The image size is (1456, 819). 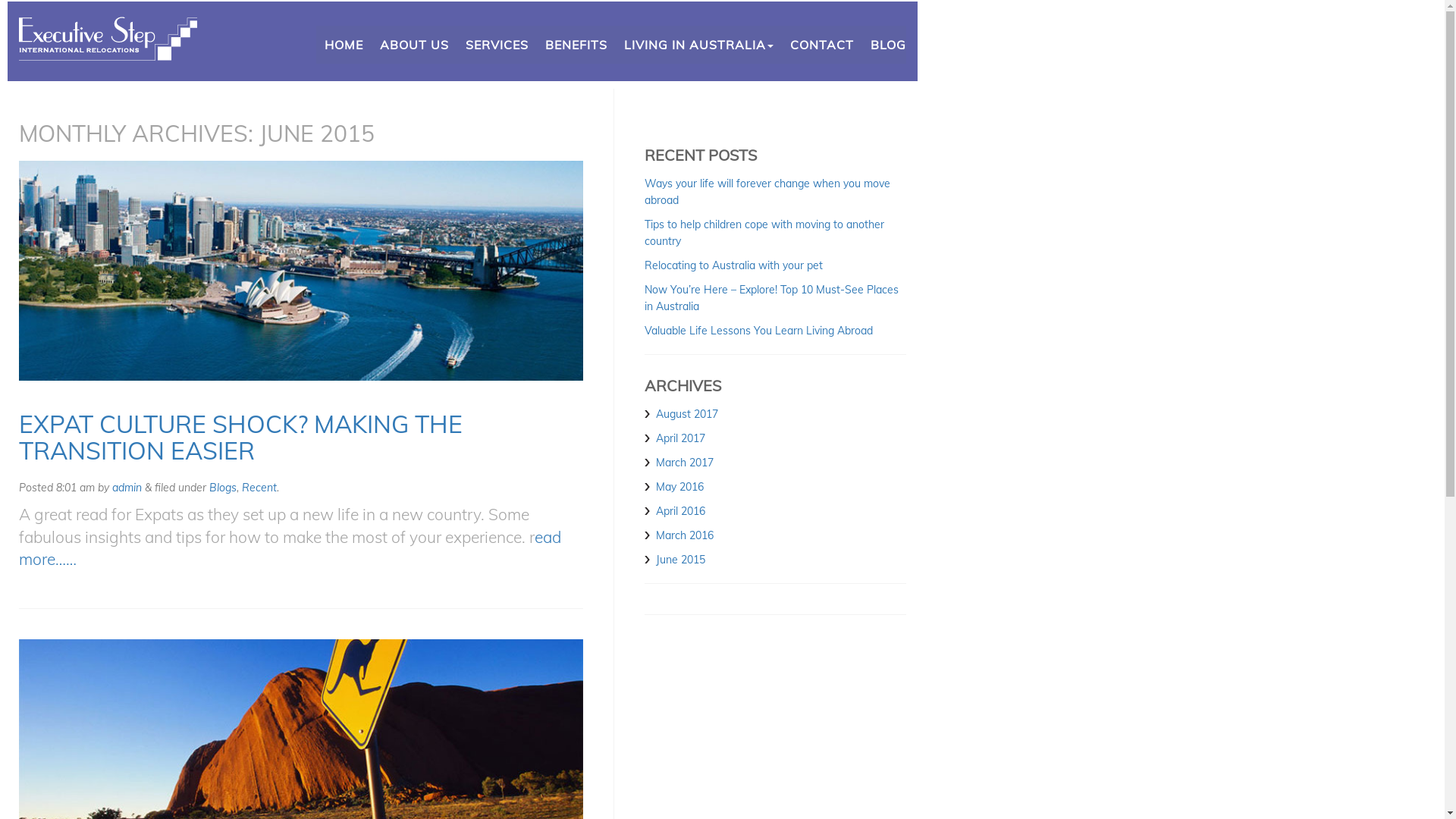 I want to click on 'LIVING IN AUSTRALIA', so click(x=698, y=43).